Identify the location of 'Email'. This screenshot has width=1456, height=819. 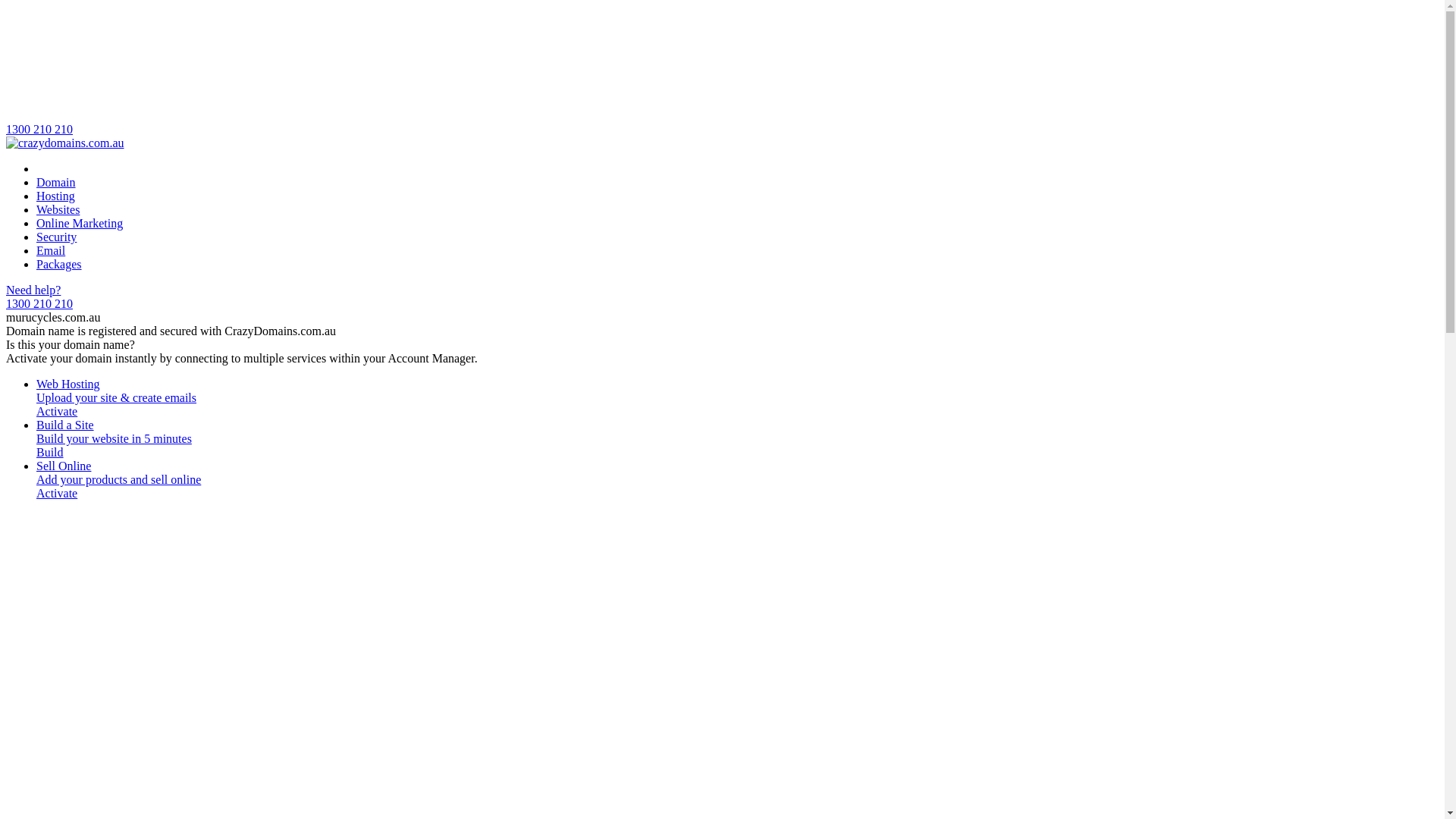
(51, 249).